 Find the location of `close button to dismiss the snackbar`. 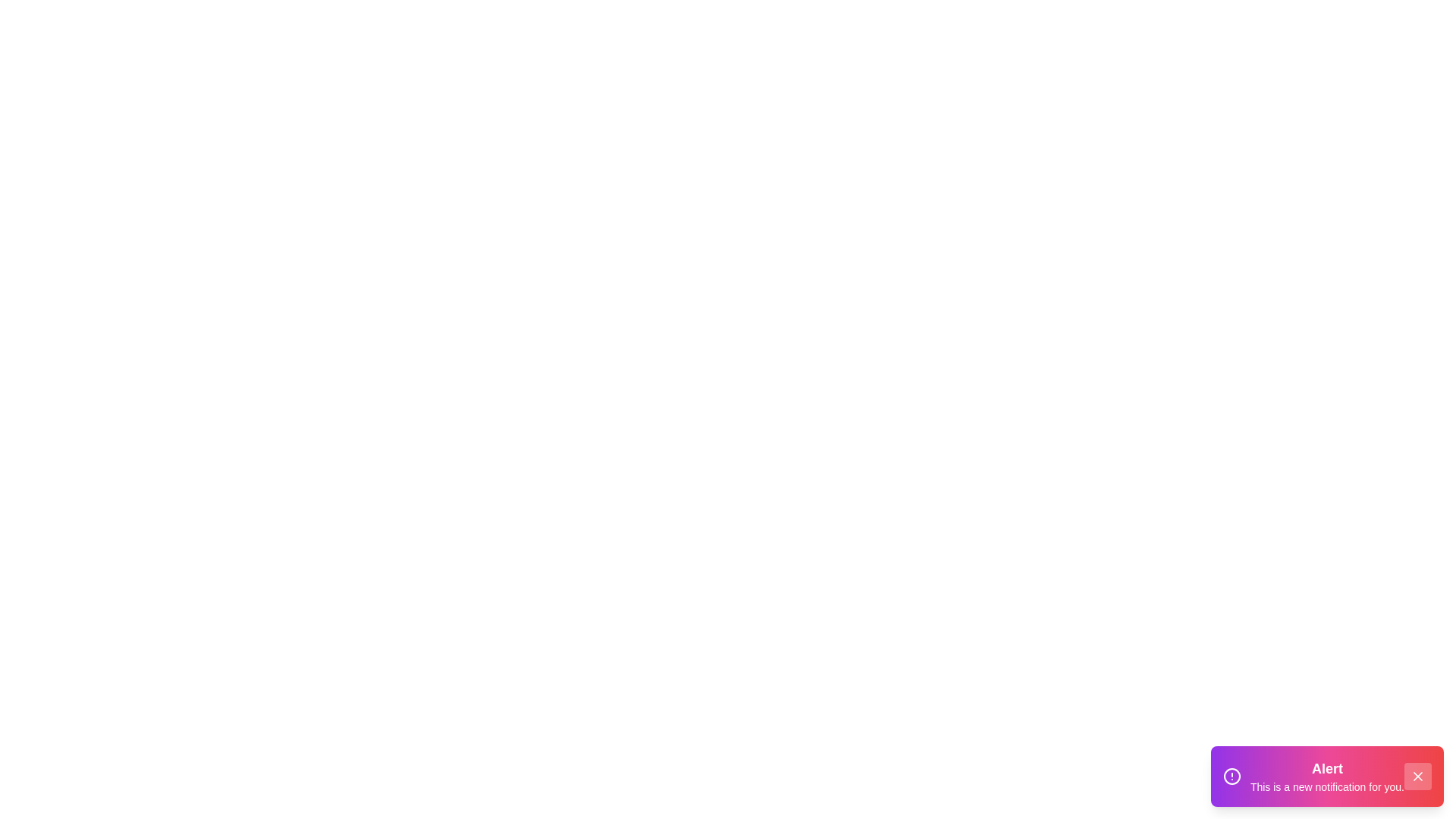

close button to dismiss the snackbar is located at coordinates (1417, 776).